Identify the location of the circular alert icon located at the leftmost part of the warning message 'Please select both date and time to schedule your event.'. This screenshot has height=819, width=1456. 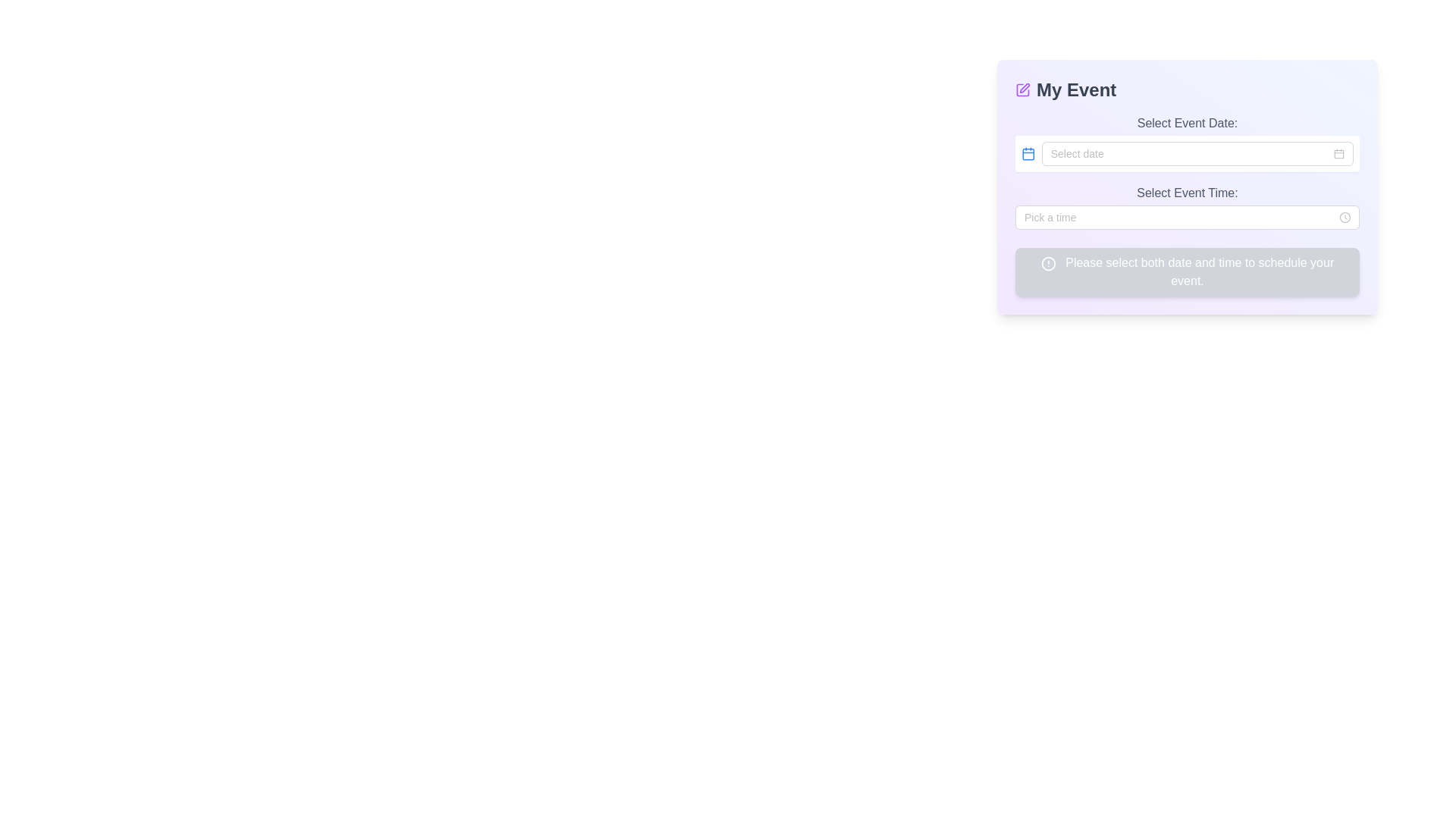
(1047, 262).